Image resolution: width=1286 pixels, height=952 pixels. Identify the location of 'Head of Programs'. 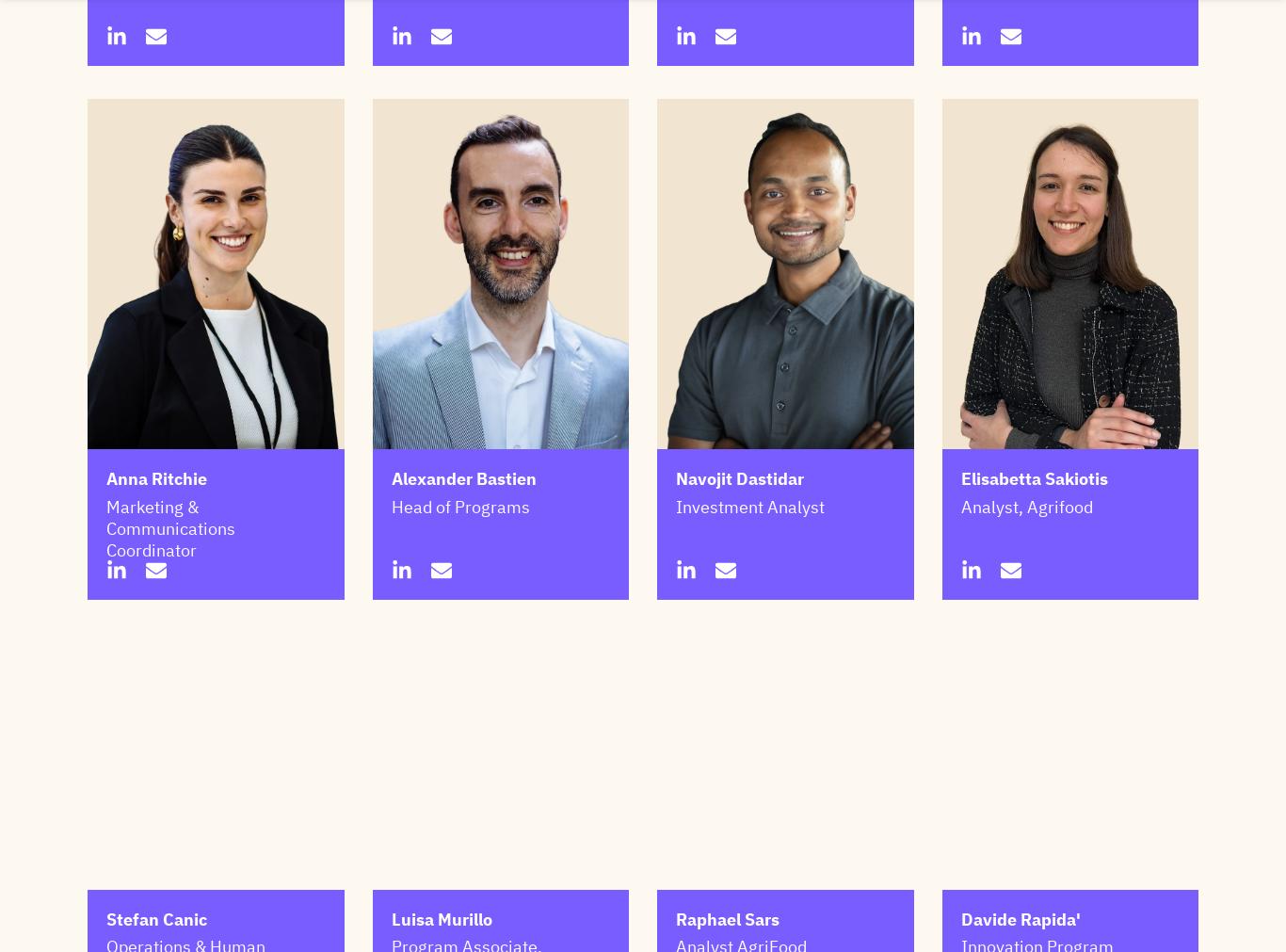
(459, 506).